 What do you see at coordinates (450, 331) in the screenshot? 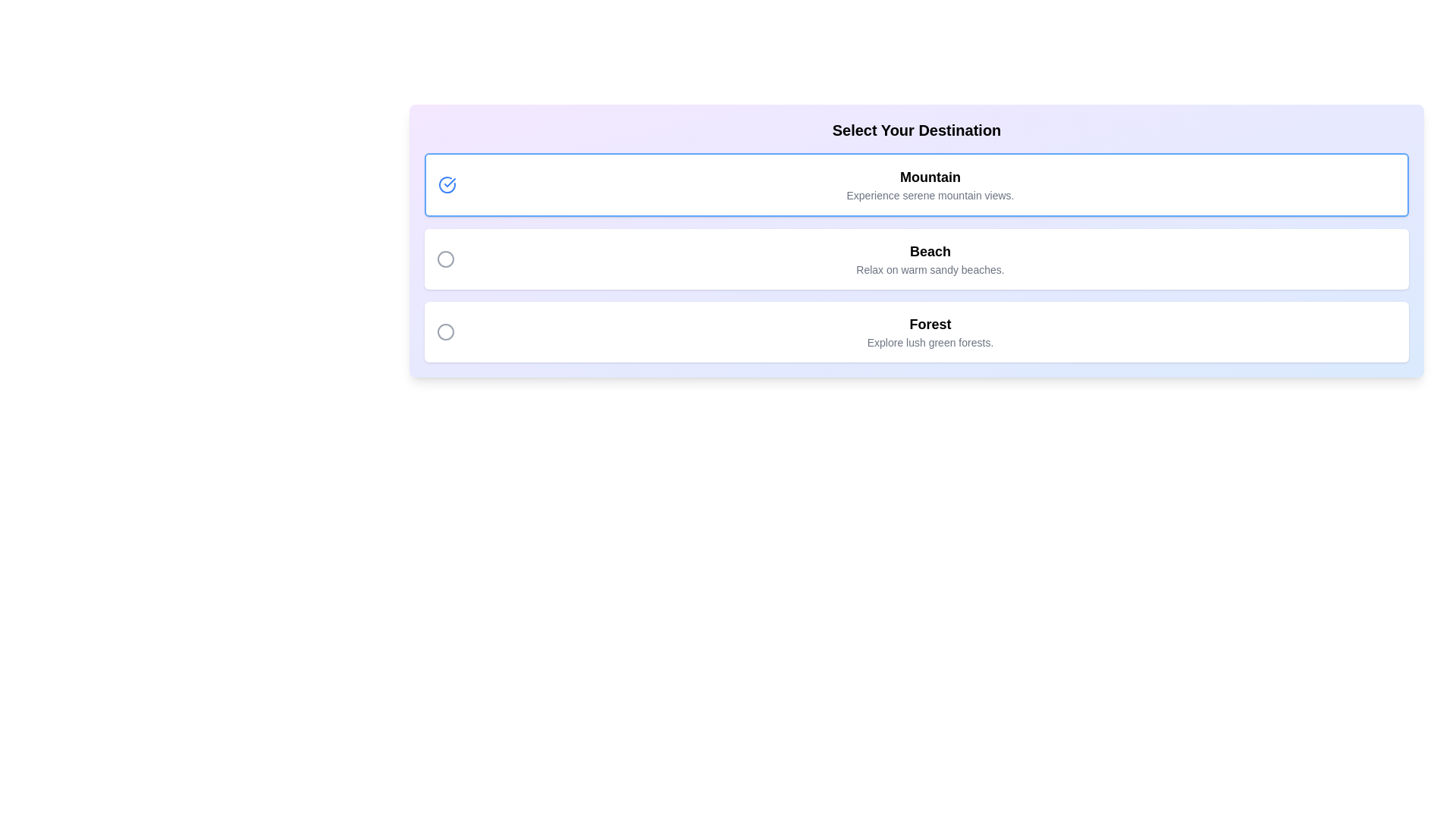
I see `on the radio button icon for 'Forest'` at bounding box center [450, 331].